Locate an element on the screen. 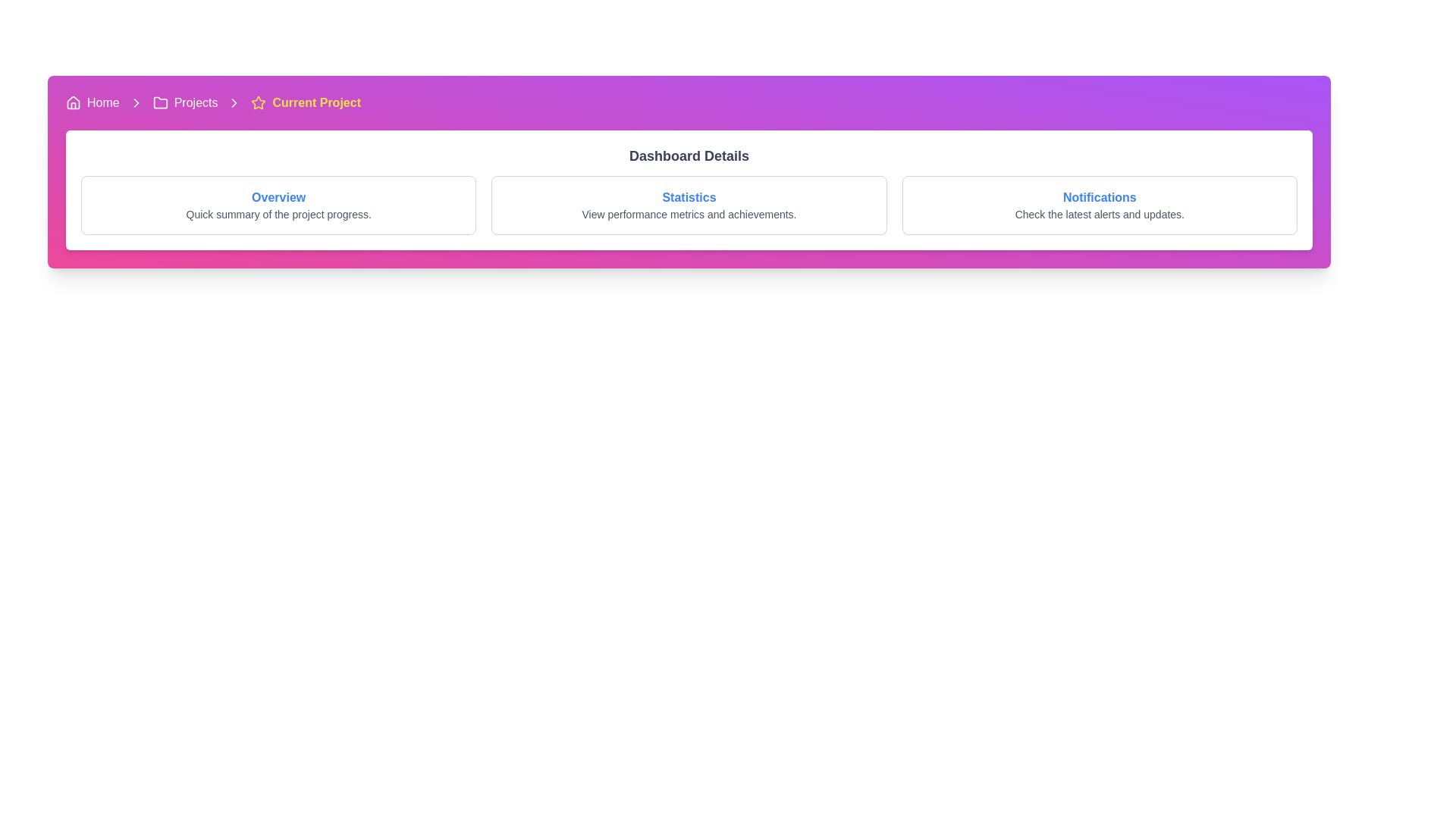  the Informational Card located in the middle of a row of three cards, specifically the second card that provides performance metrics and achievements is located at coordinates (688, 205).